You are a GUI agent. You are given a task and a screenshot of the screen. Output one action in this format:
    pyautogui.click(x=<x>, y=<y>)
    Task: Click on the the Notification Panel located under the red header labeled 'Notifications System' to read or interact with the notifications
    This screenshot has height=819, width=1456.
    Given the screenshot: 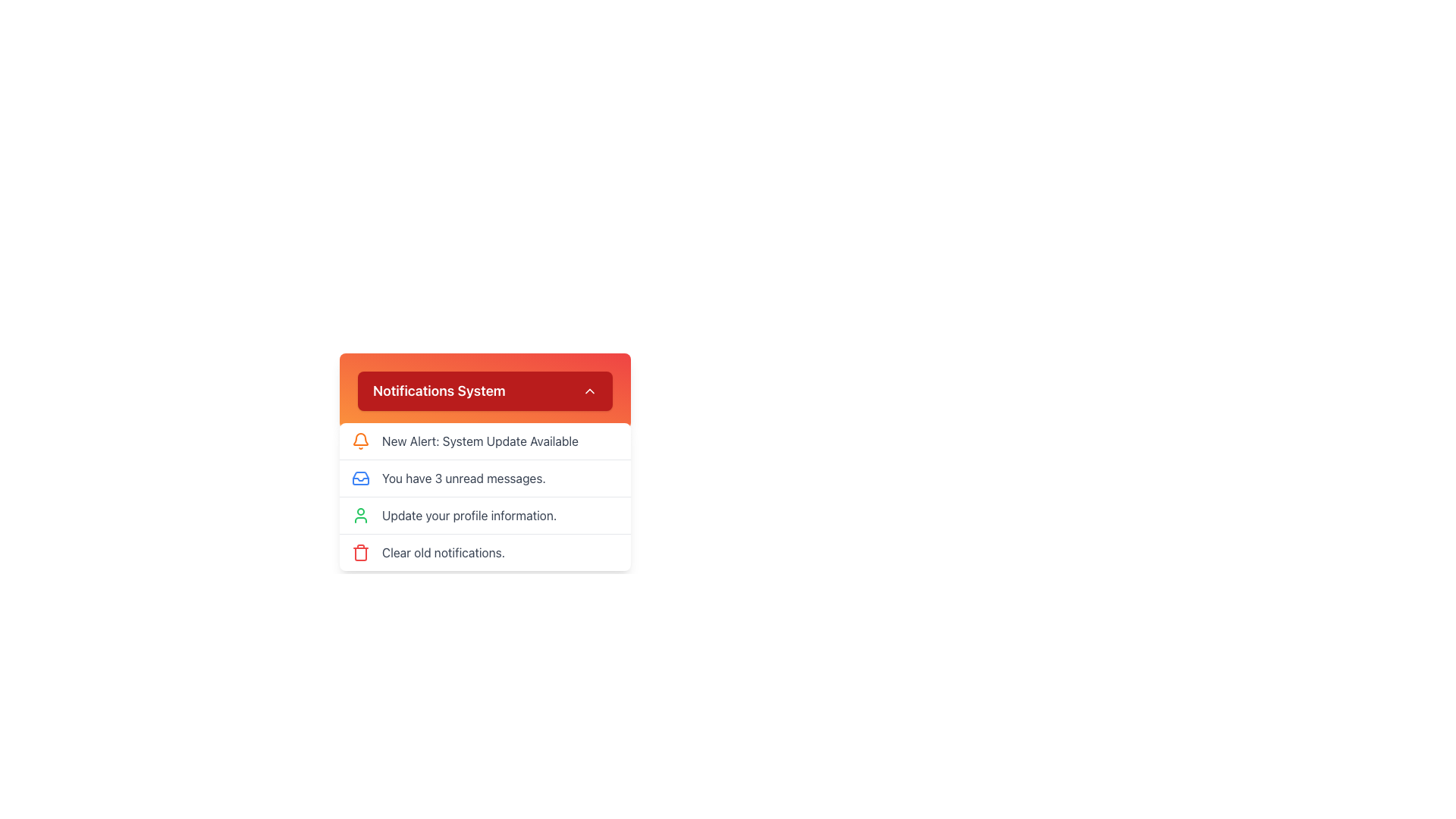 What is the action you would take?
    pyautogui.click(x=484, y=438)
    